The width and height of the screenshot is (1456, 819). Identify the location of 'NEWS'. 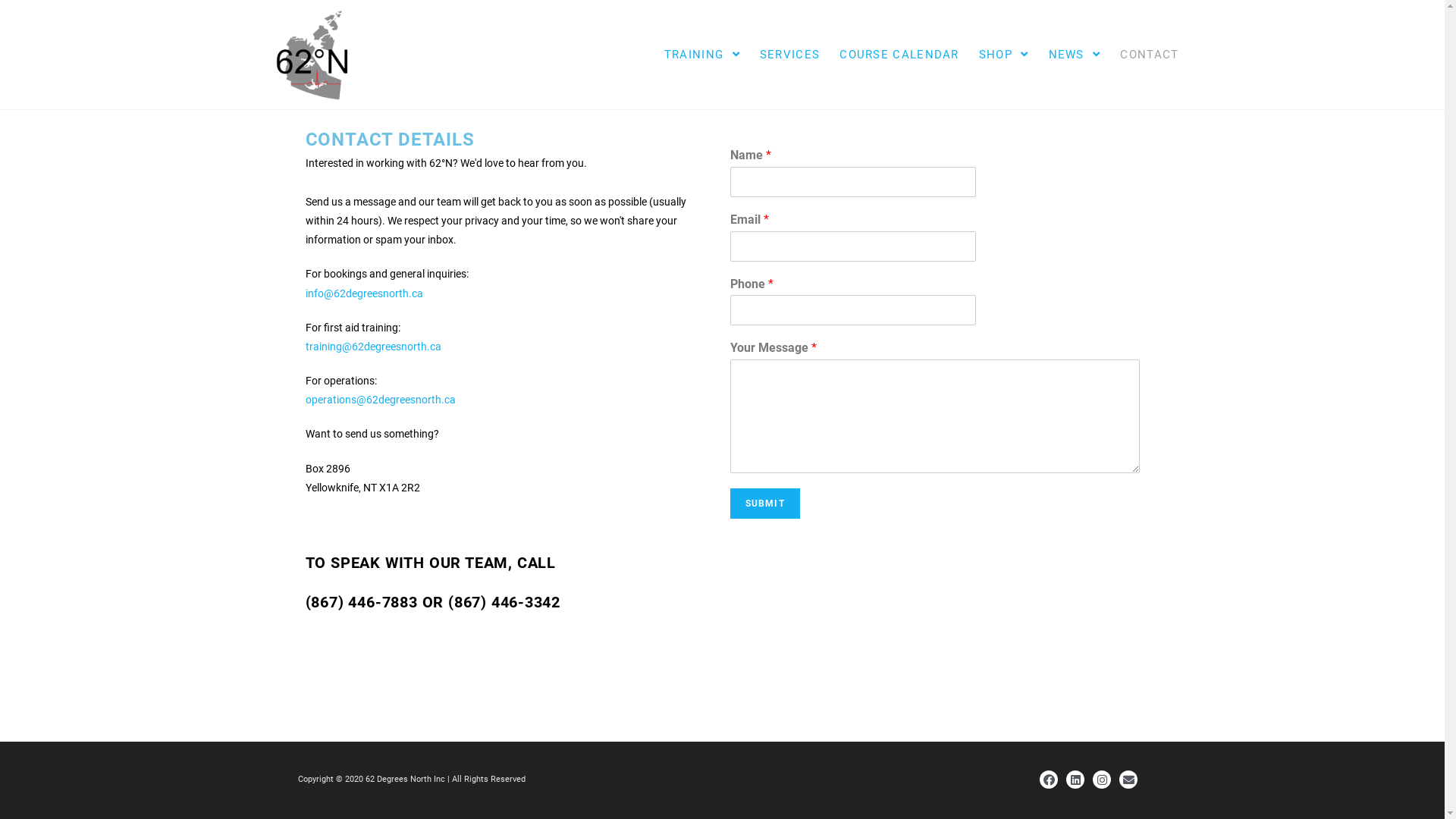
(1074, 54).